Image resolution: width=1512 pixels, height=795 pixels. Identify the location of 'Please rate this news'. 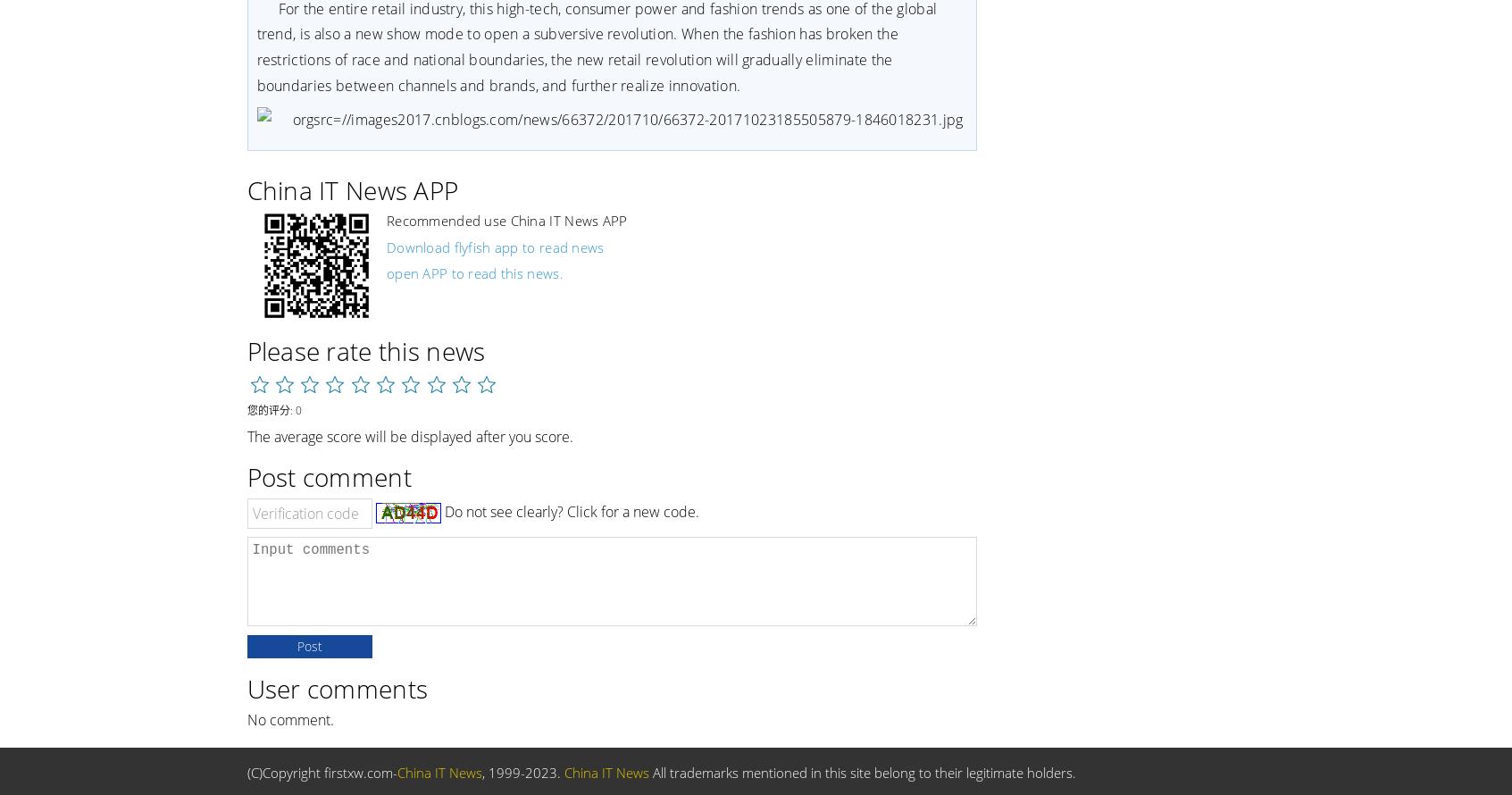
(364, 348).